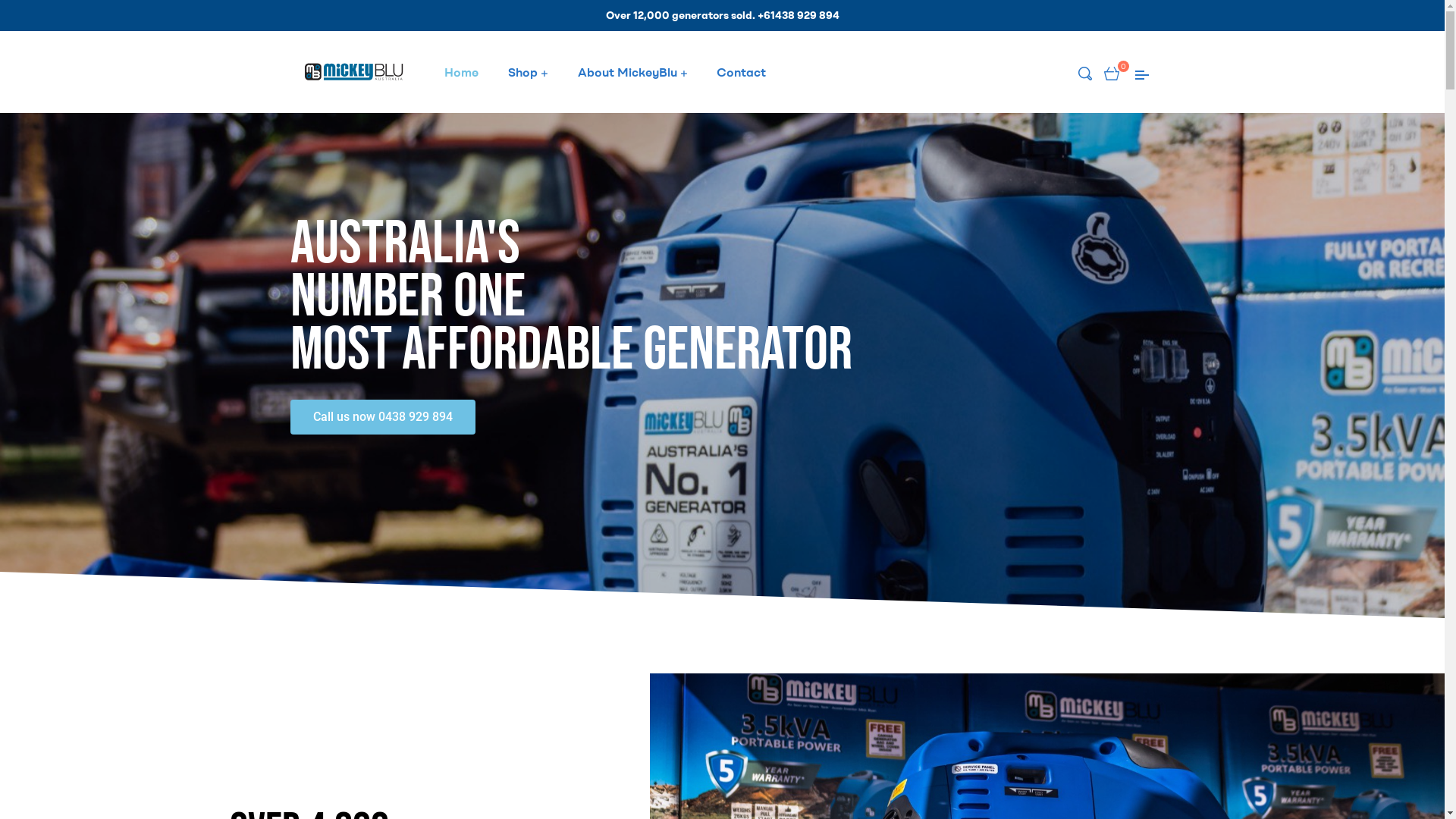 The width and height of the screenshot is (1456, 819). What do you see at coordinates (563, 72) in the screenshot?
I see `'About MickeyBlu'` at bounding box center [563, 72].